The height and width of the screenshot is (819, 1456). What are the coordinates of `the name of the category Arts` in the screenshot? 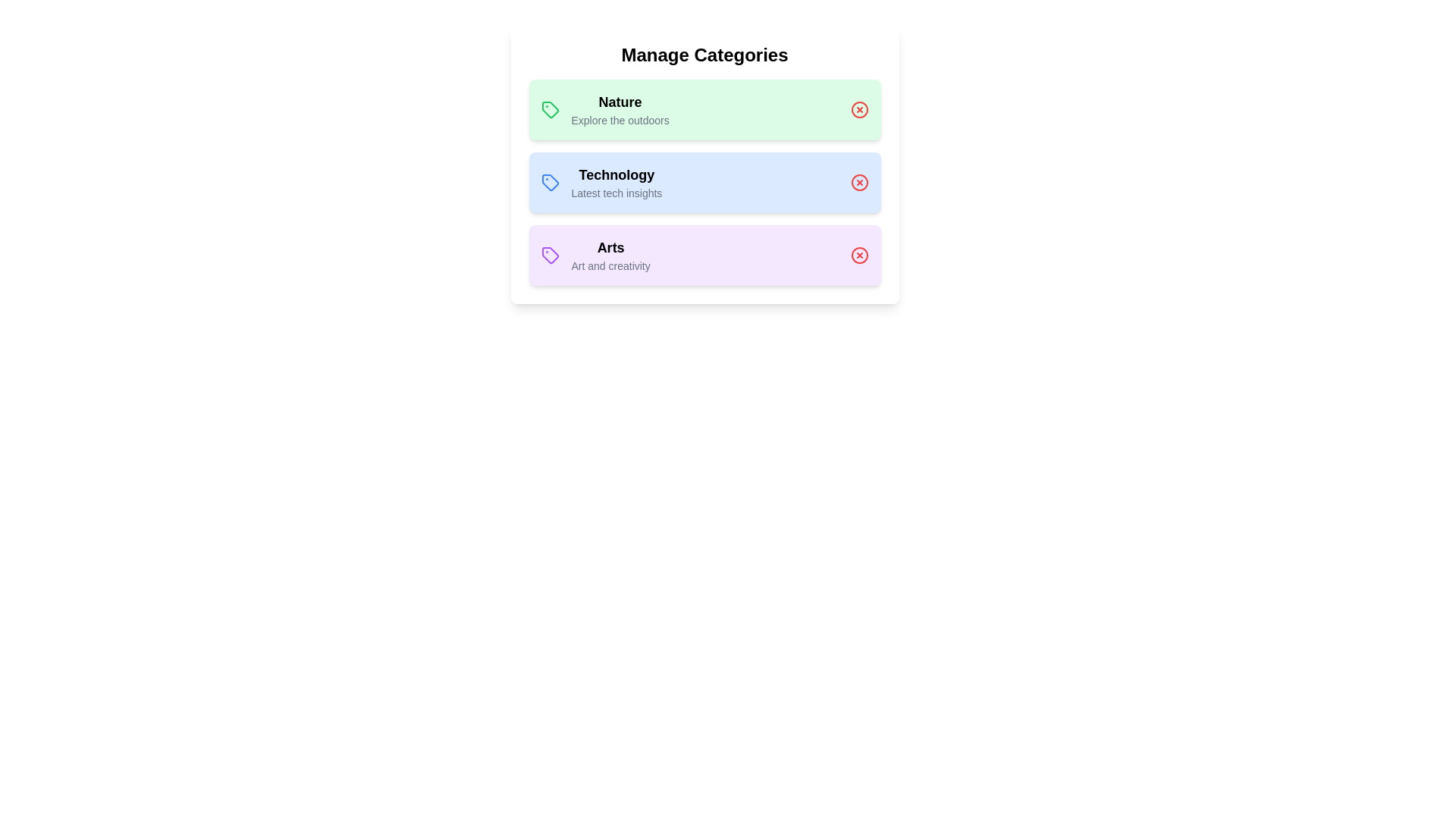 It's located at (610, 247).